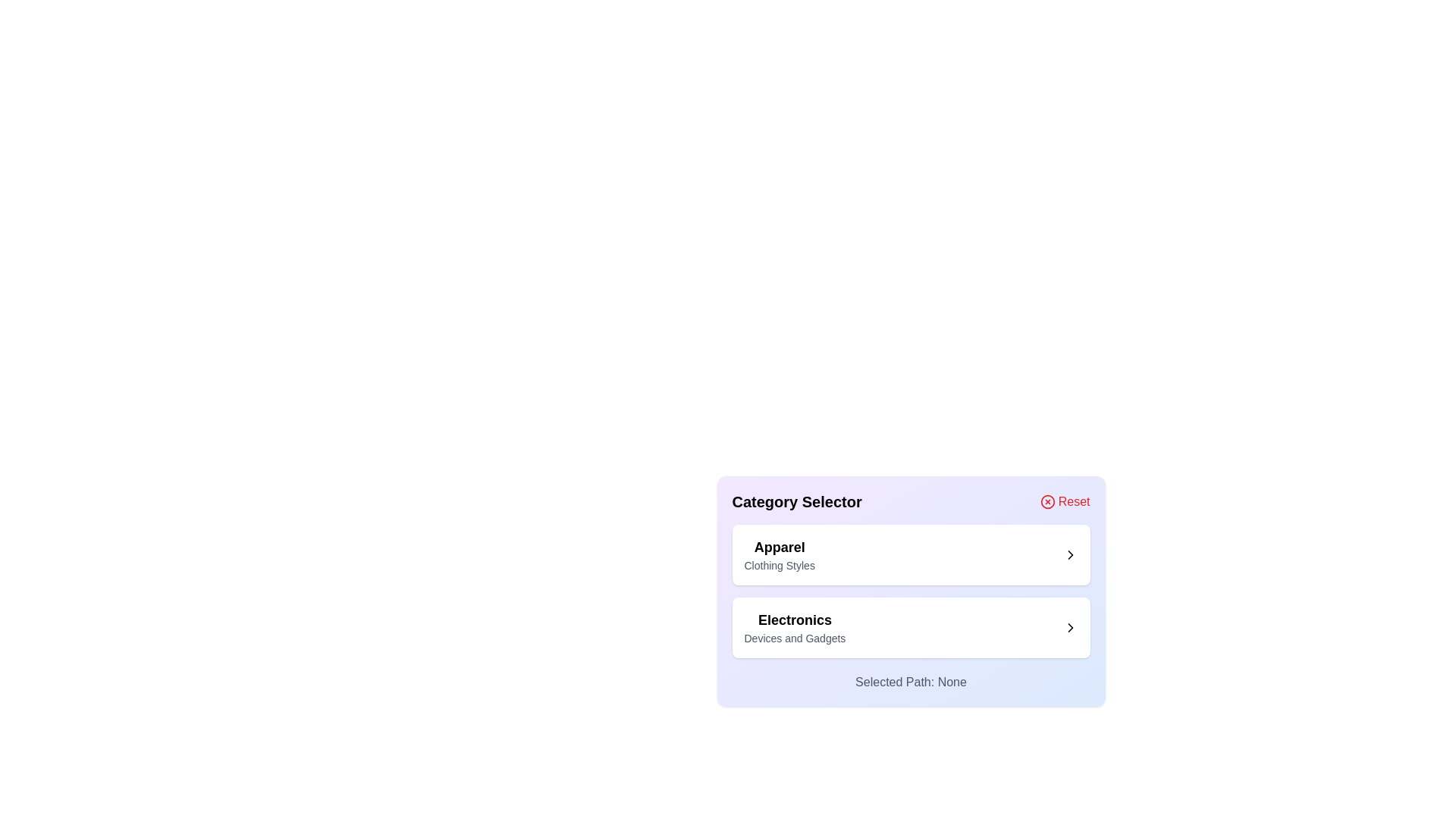  What do you see at coordinates (910, 555) in the screenshot?
I see `the 'Apparel' navigation item located in the 'Category Selector' card` at bounding box center [910, 555].